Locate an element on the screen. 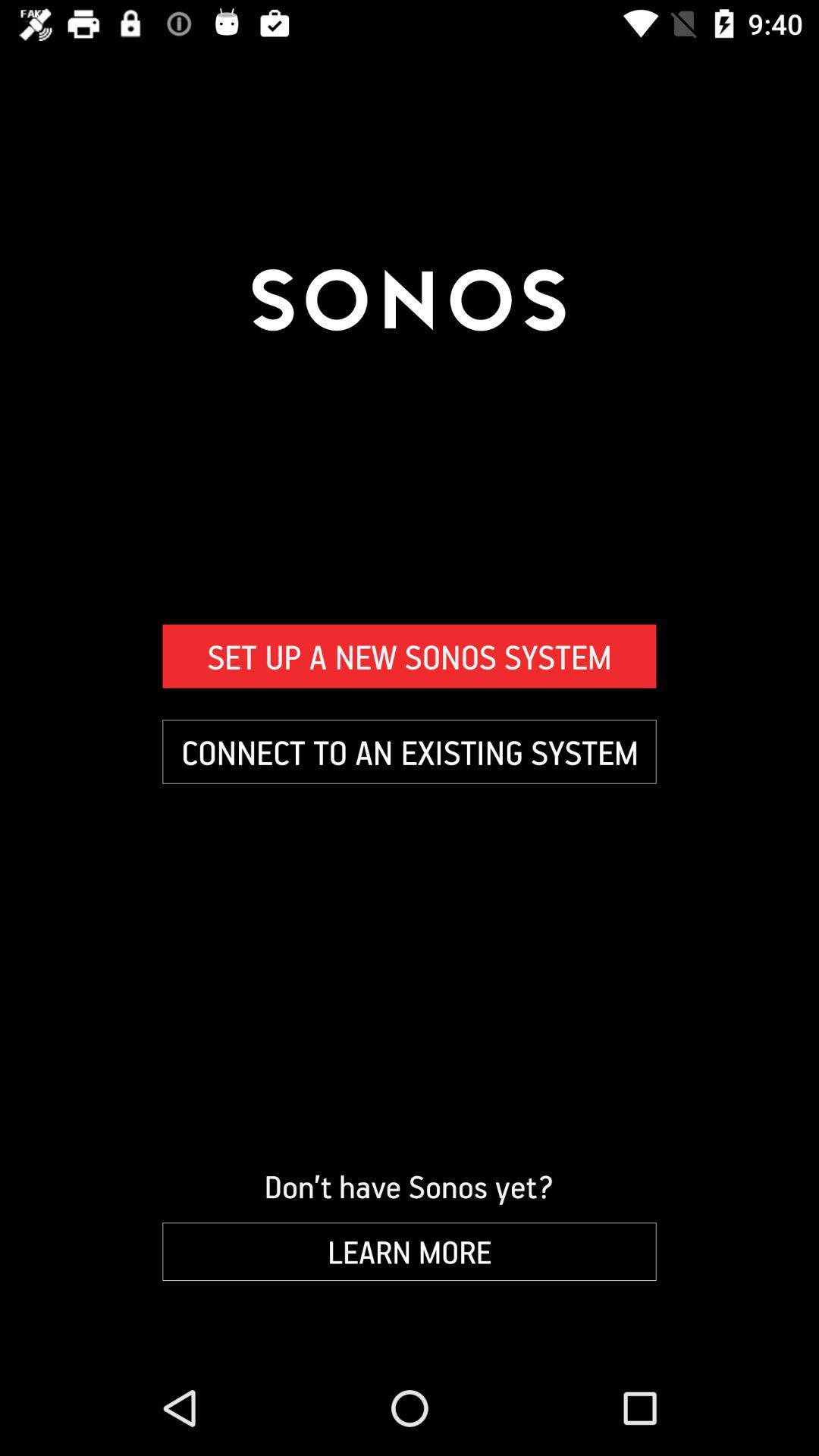 The height and width of the screenshot is (1456, 819). icon below the set up a item is located at coordinates (409, 752).